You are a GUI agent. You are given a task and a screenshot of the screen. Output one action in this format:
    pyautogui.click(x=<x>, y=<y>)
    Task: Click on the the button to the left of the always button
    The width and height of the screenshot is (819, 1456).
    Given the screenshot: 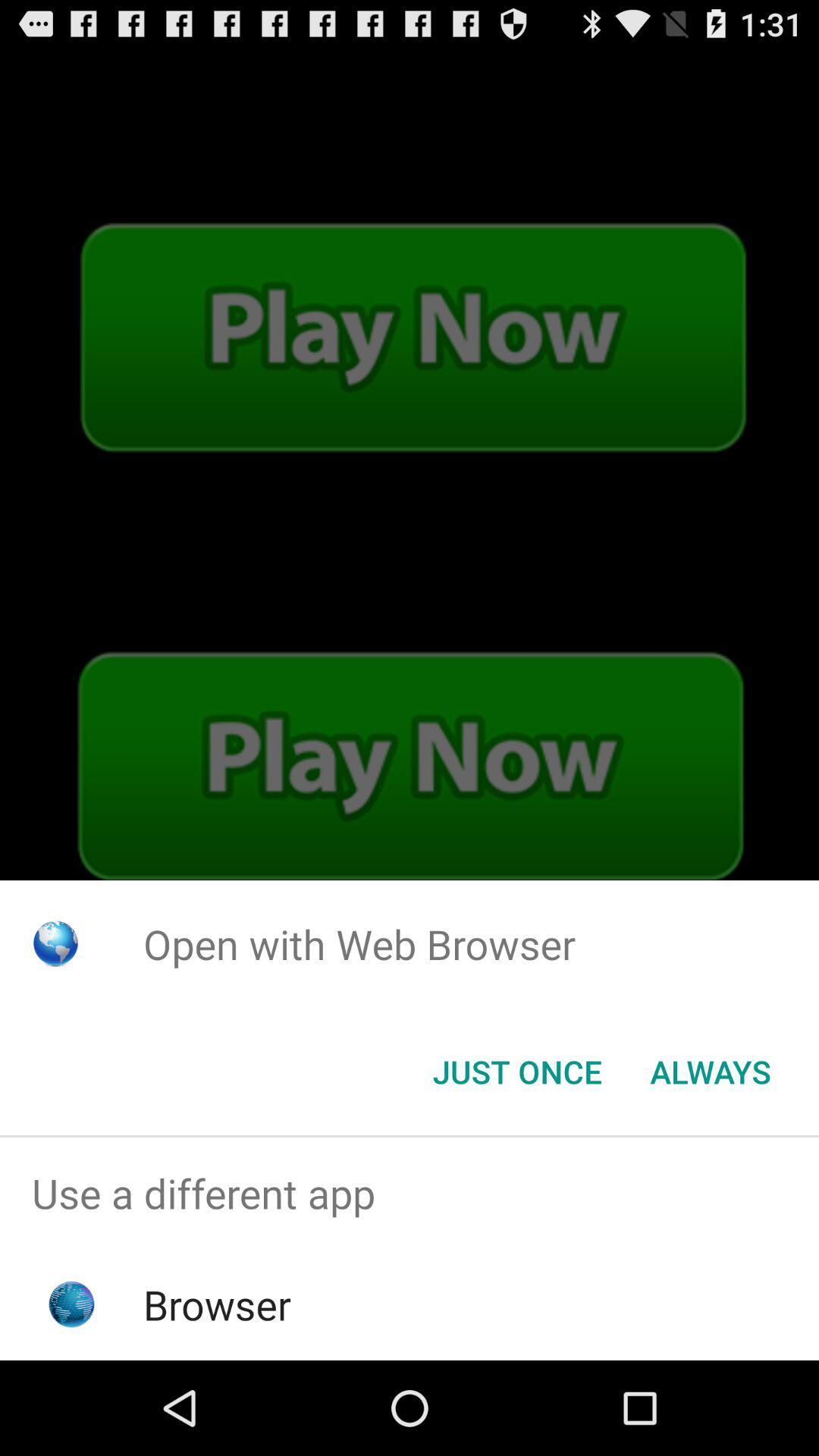 What is the action you would take?
    pyautogui.click(x=516, y=1070)
    